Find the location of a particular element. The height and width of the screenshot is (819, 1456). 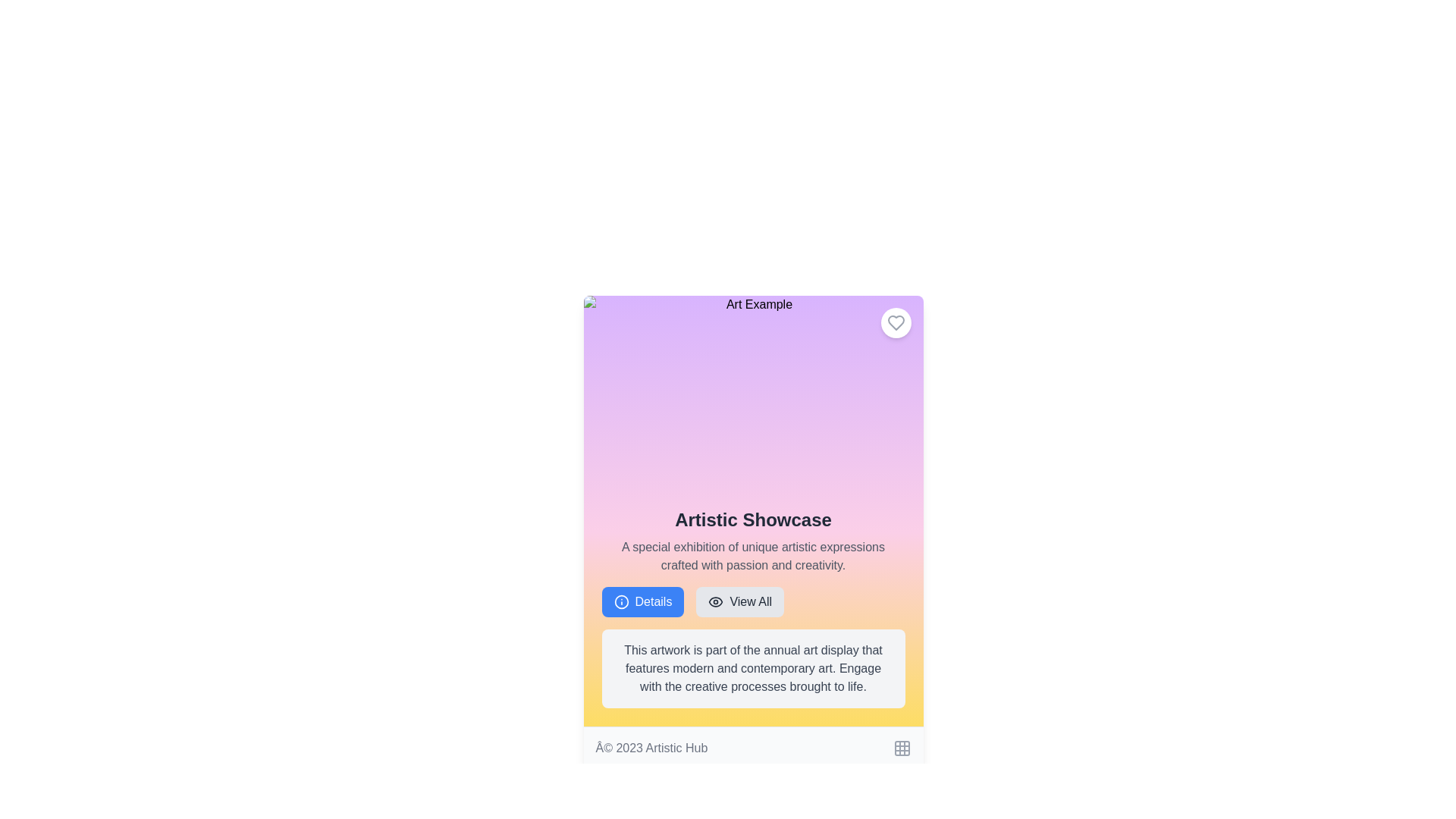

the descriptive Text Block that provides information about the art display, located below the 'Details' and 'View All' buttons in the lower part of the gradient panel is located at coordinates (753, 668).